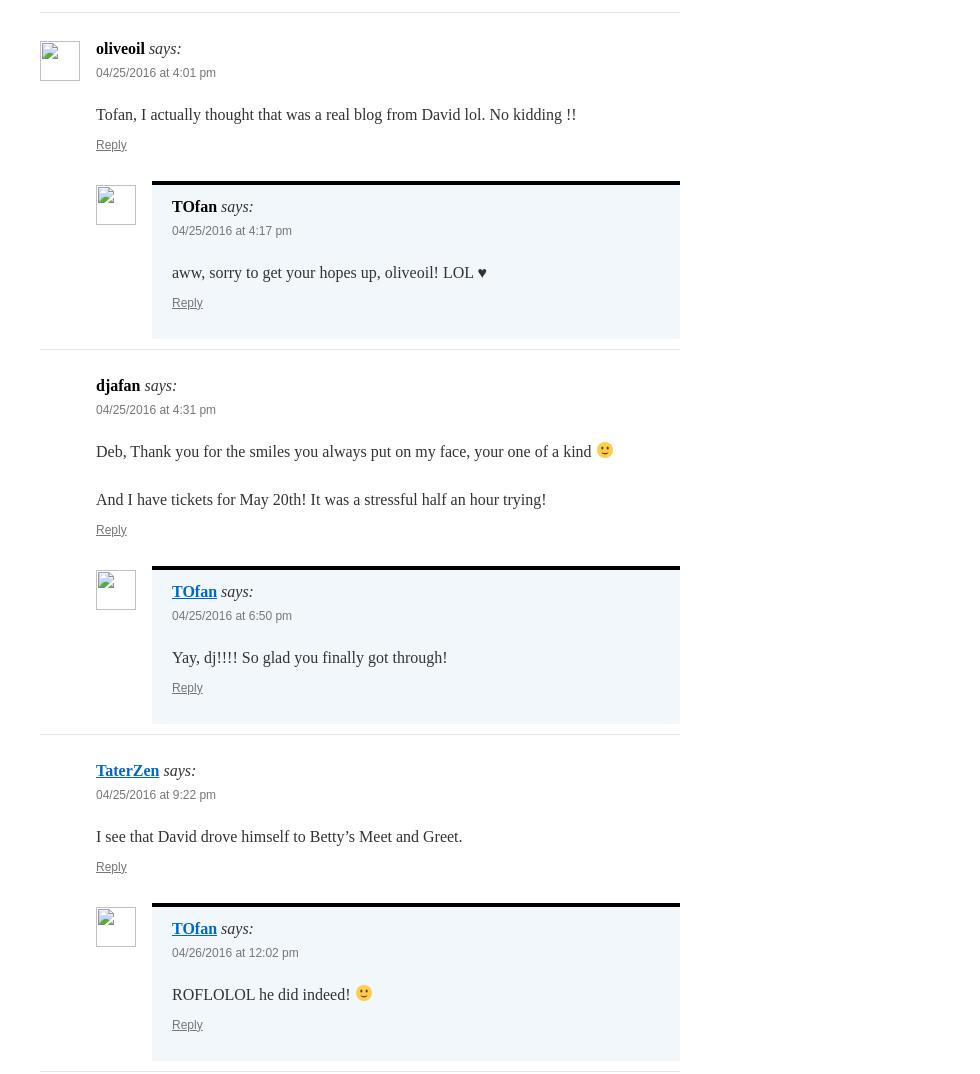 The width and height of the screenshot is (980, 1074). I want to click on 'oliveoil', so click(119, 46).